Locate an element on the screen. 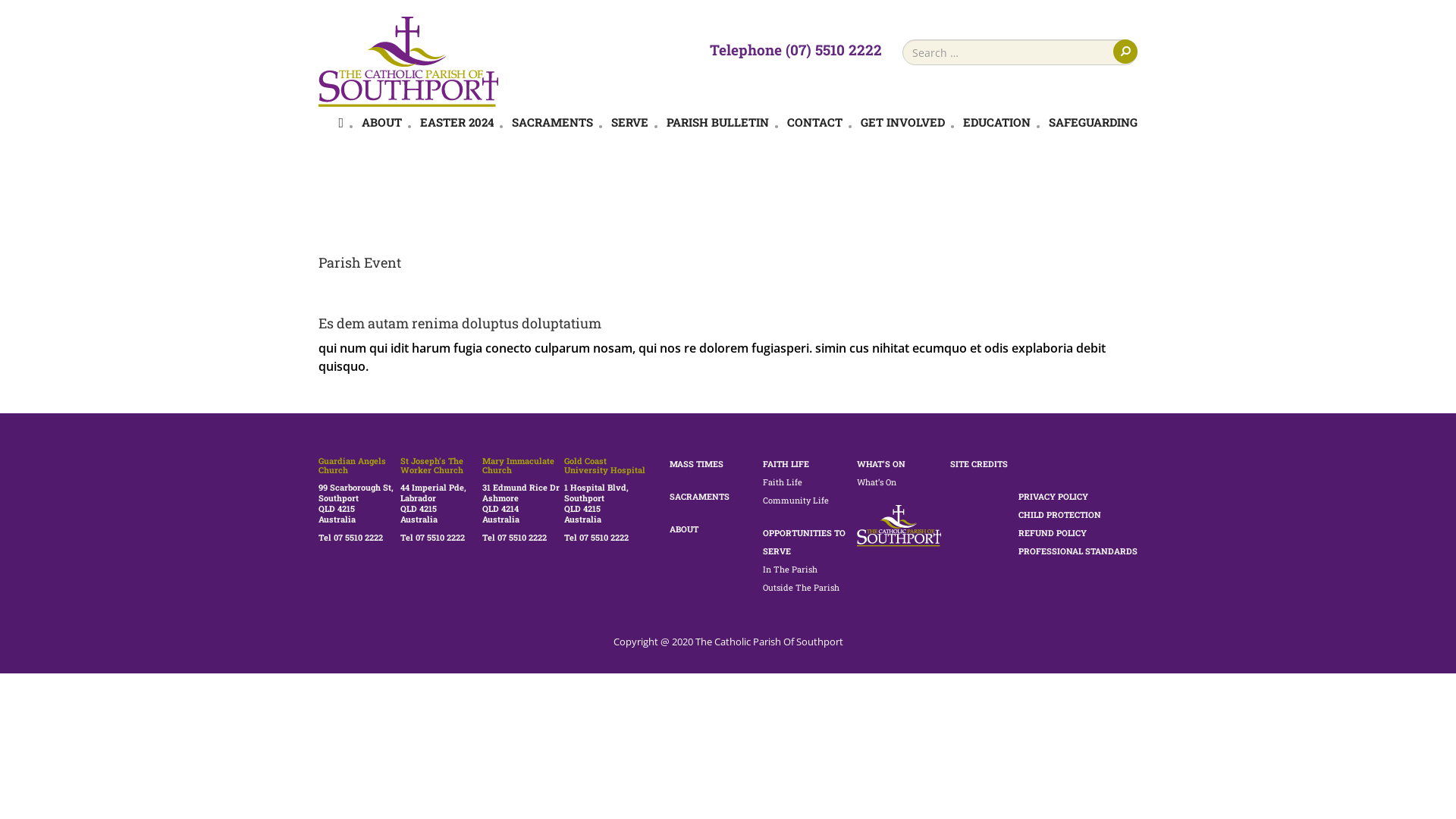 Image resolution: width=1456 pixels, height=819 pixels. 'PARISH BULLETIN' is located at coordinates (717, 121).